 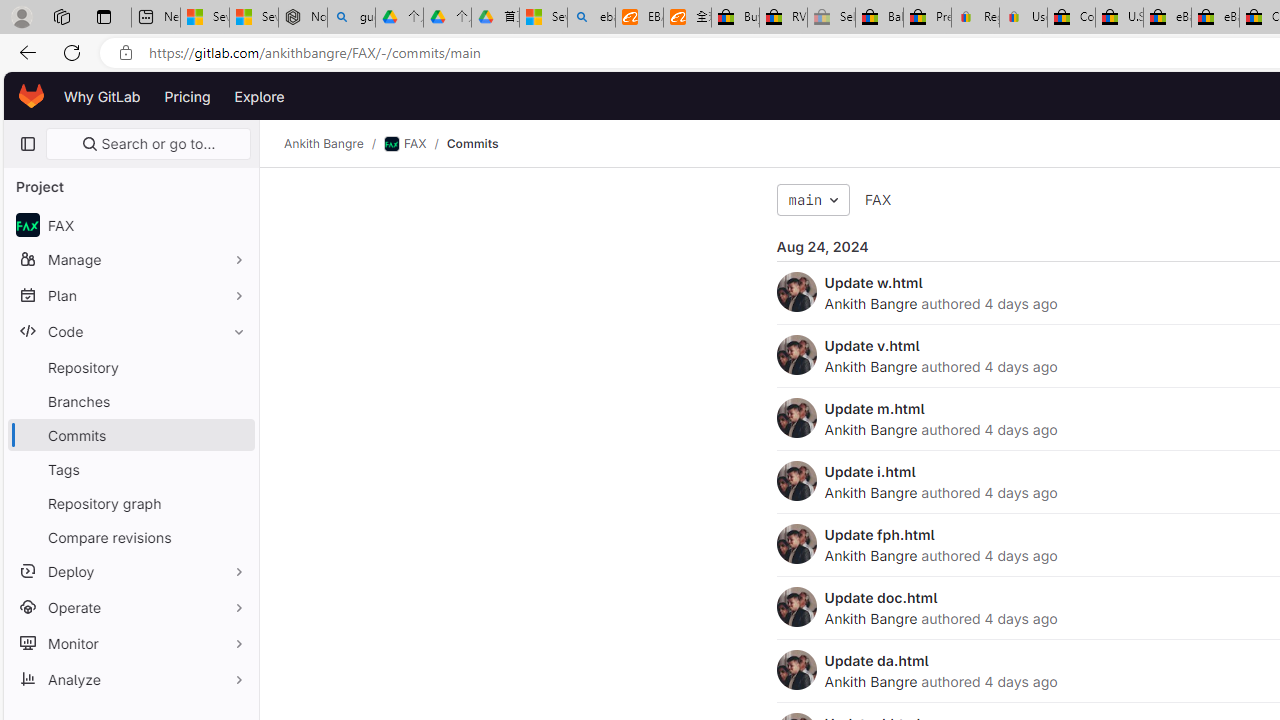 What do you see at coordinates (130, 367) in the screenshot?
I see `'Repository'` at bounding box center [130, 367].